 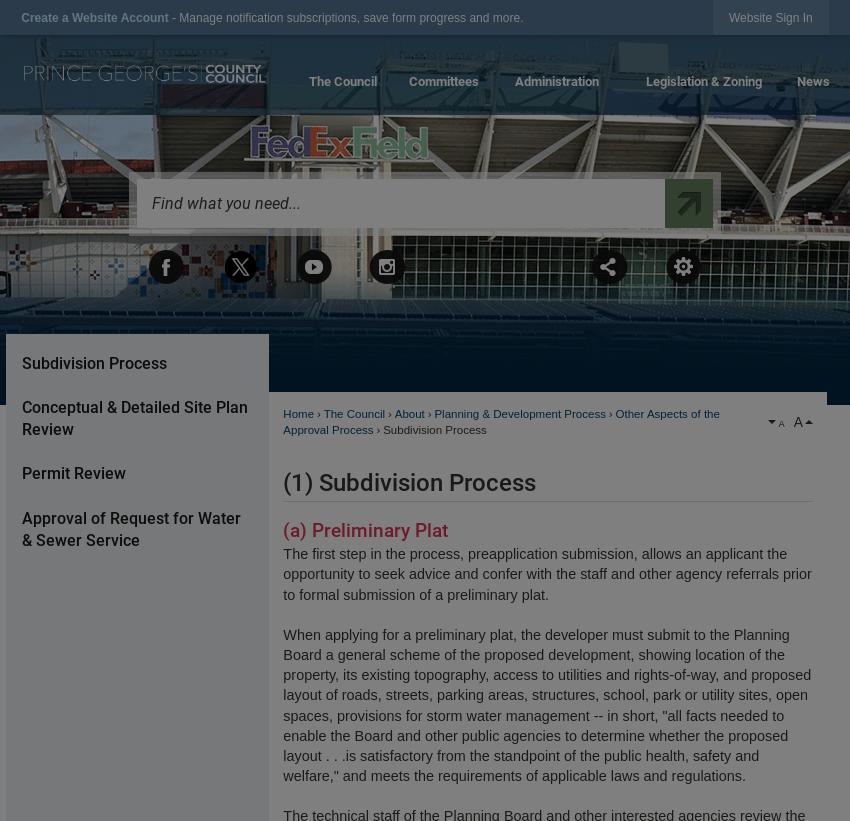 I want to click on 'Other Aspects of the Approval Process', so click(x=500, y=421).